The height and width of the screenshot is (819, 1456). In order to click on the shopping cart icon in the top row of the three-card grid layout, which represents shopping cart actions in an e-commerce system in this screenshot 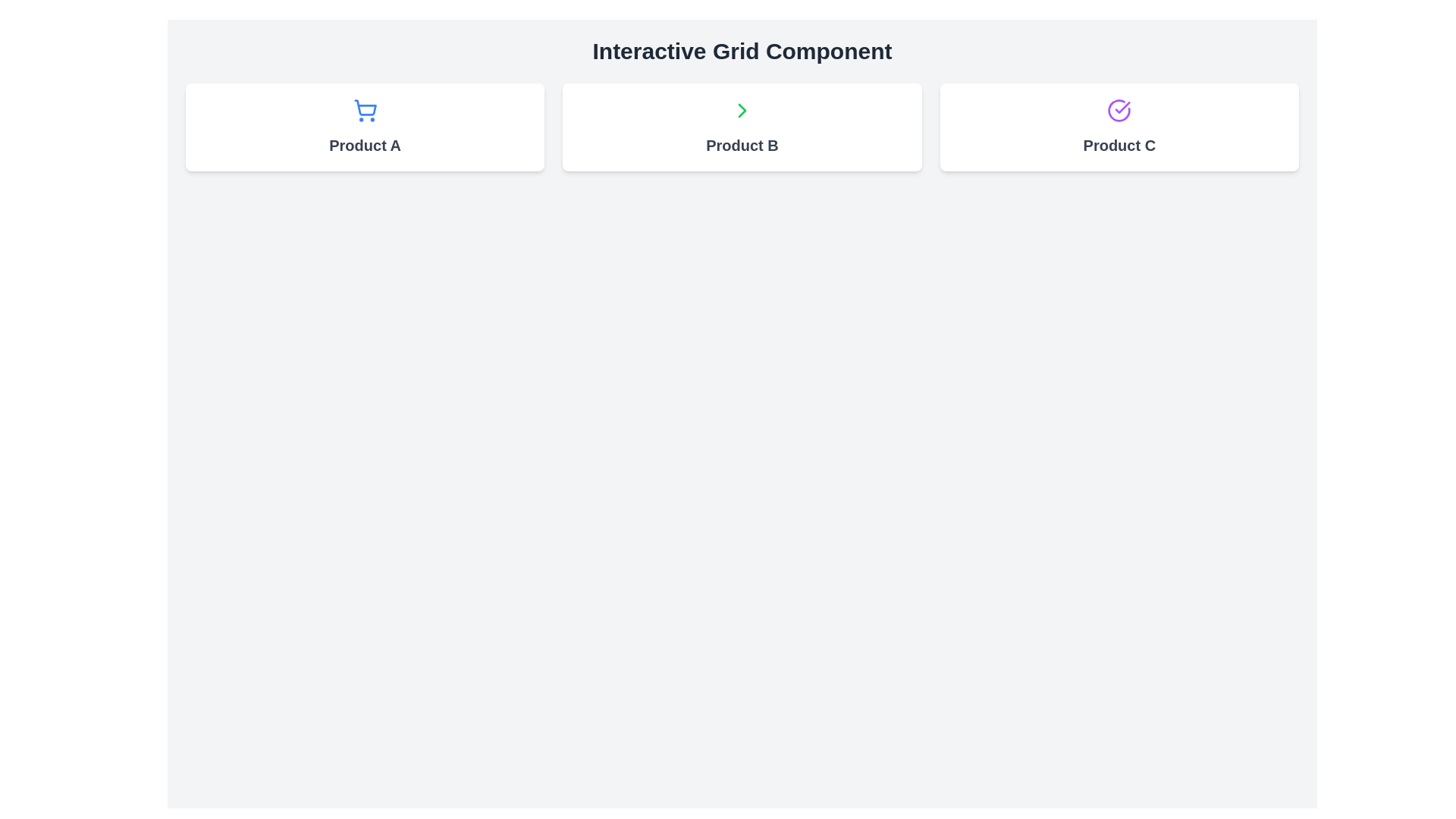, I will do `click(365, 107)`.